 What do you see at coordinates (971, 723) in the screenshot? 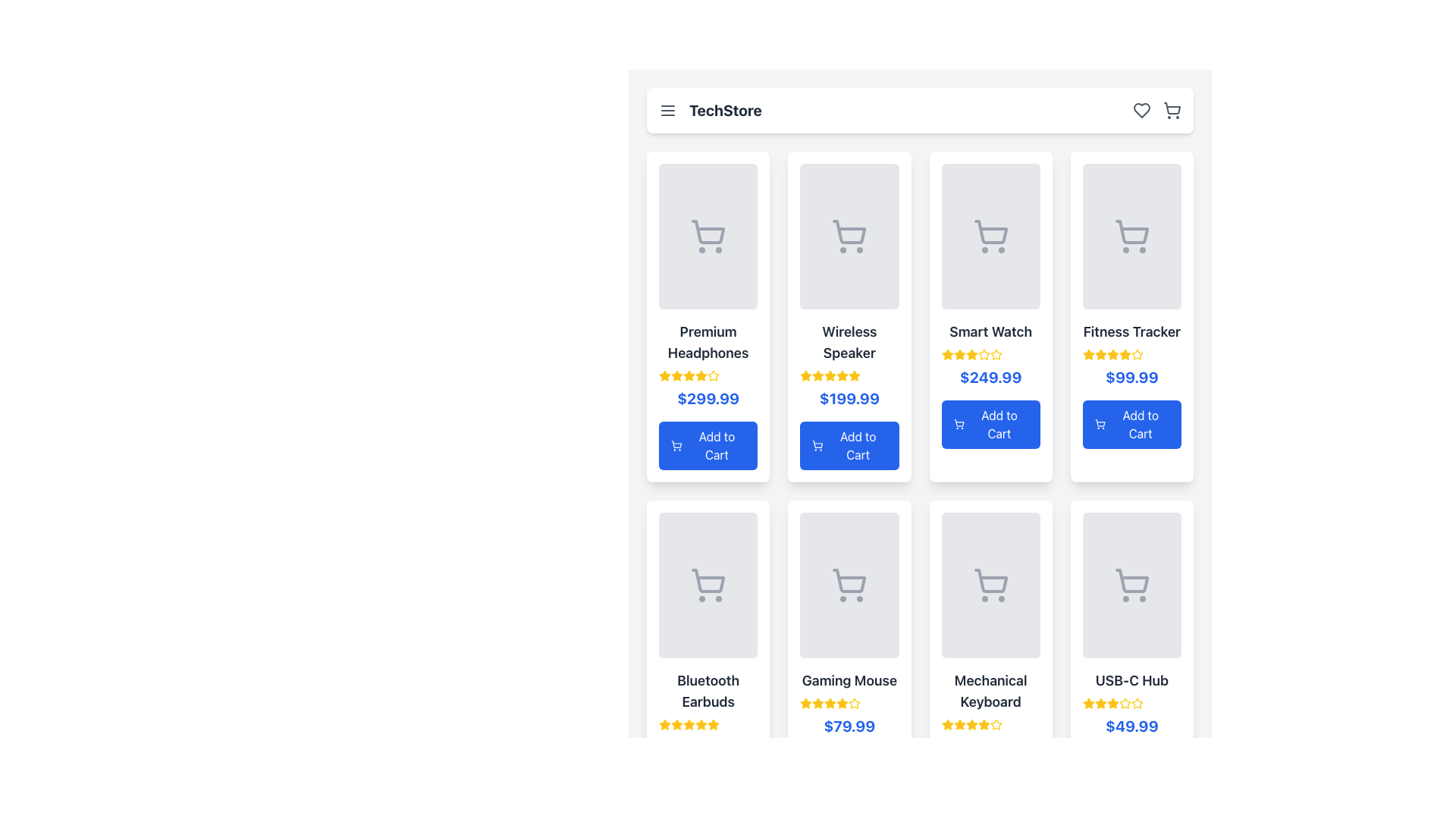
I see `the fourth yellow star-shaped icon in the rating system for the 'Mechanical Keyboard' product, which is positioned to the right among the rating stars` at bounding box center [971, 723].